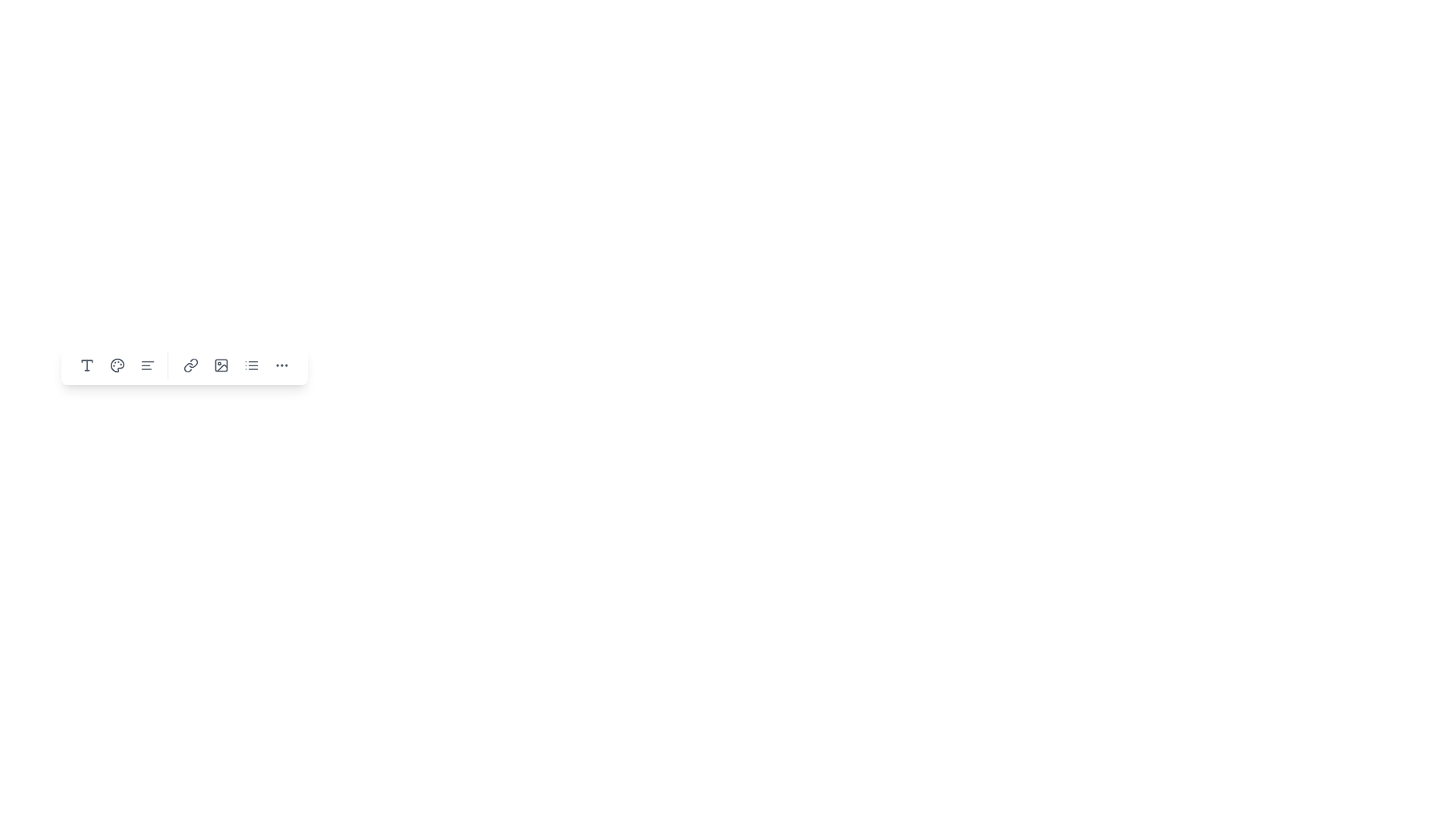  What do you see at coordinates (221, 366) in the screenshot?
I see `the icon representing an image-related action` at bounding box center [221, 366].